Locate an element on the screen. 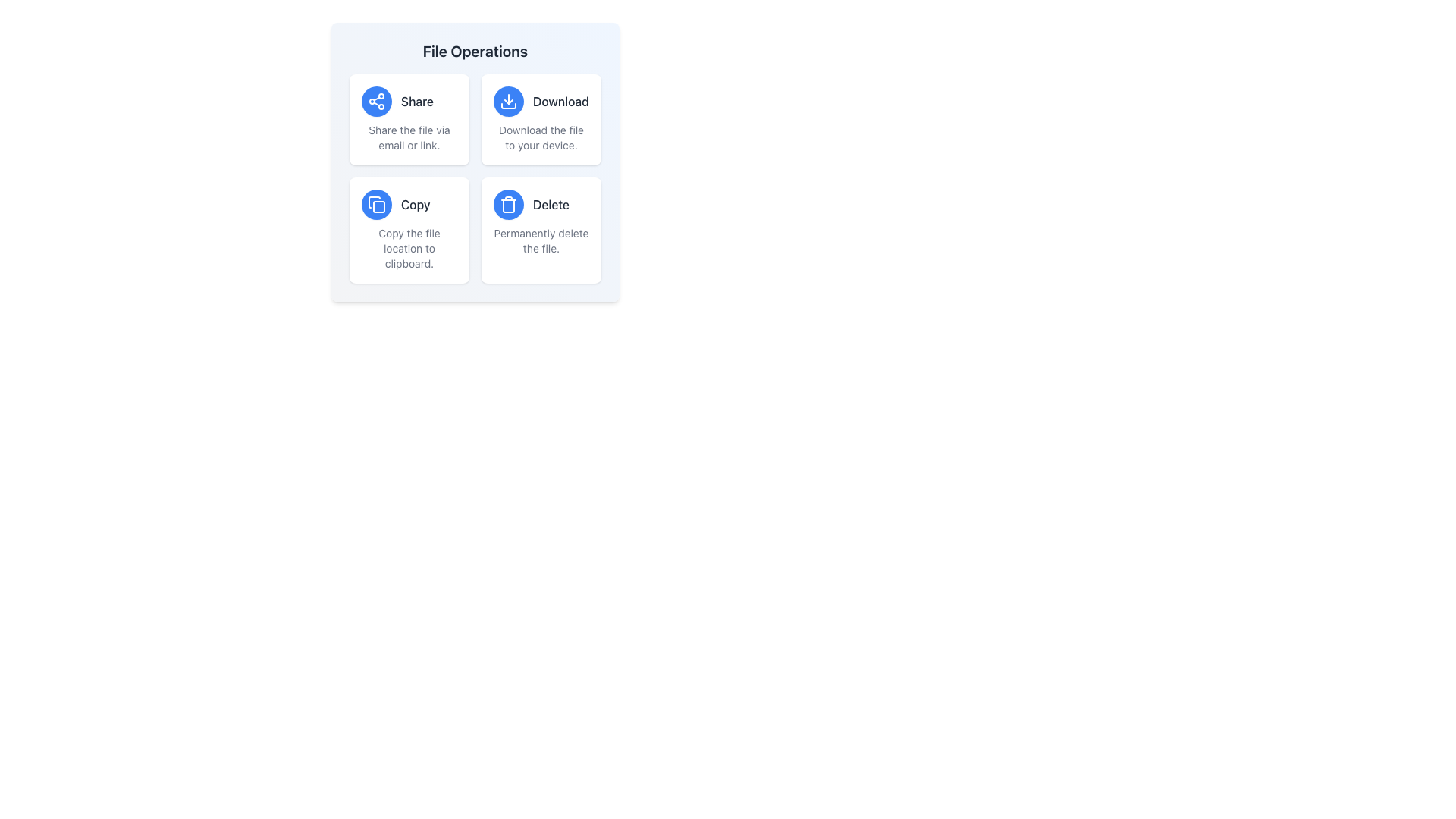 This screenshot has height=819, width=1456. the 'Copy' button-like card, which features an icon of two overlapping documents and the text 'Copy' in bold dark gray, to copy the file location to the clipboard is located at coordinates (409, 231).